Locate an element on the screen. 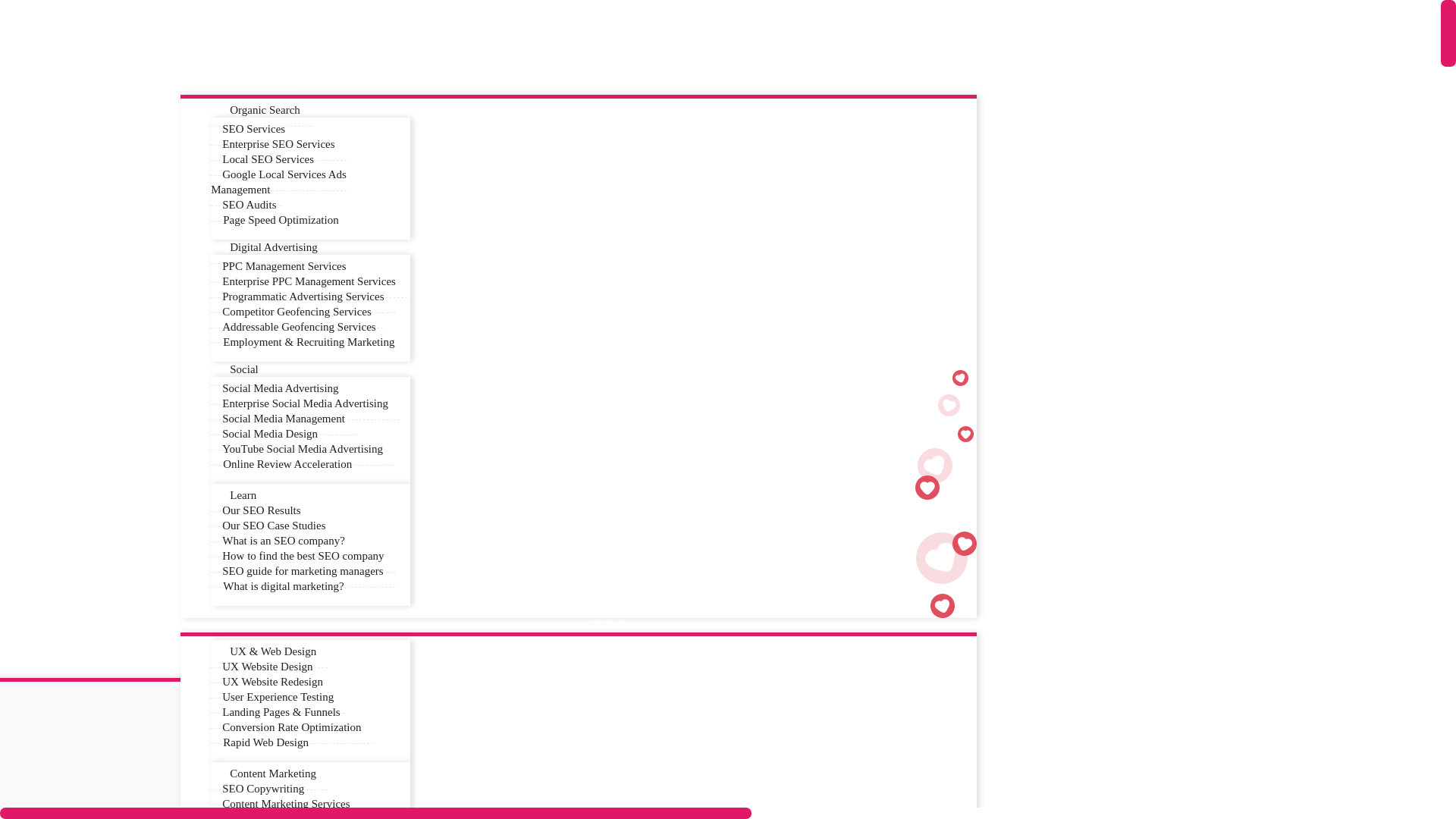 Image resolution: width=1456 pixels, height=819 pixels. 'SEO guide for marketing managers' is located at coordinates (302, 571).